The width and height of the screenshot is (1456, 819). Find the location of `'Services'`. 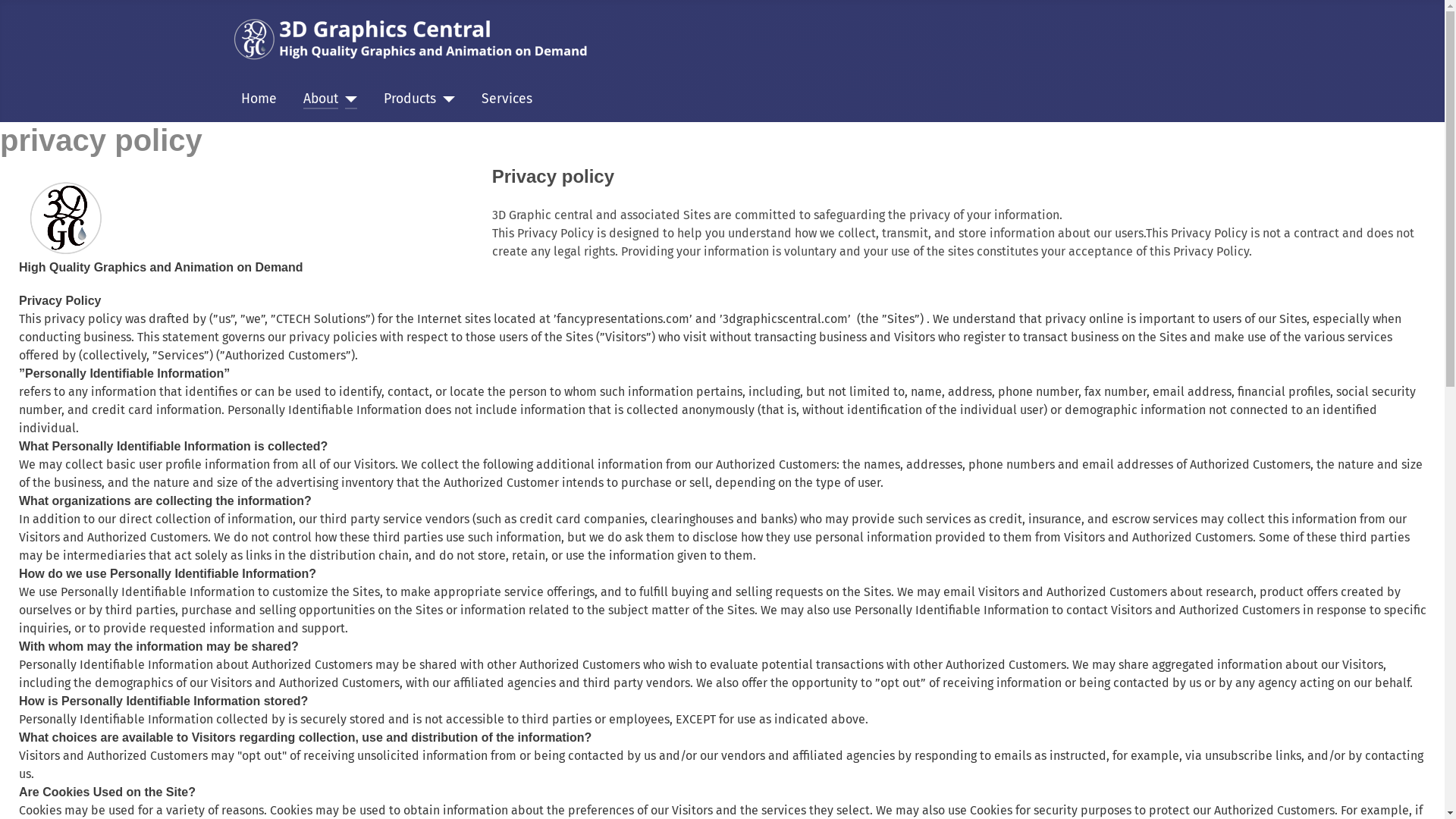

'Services' is located at coordinates (507, 99).